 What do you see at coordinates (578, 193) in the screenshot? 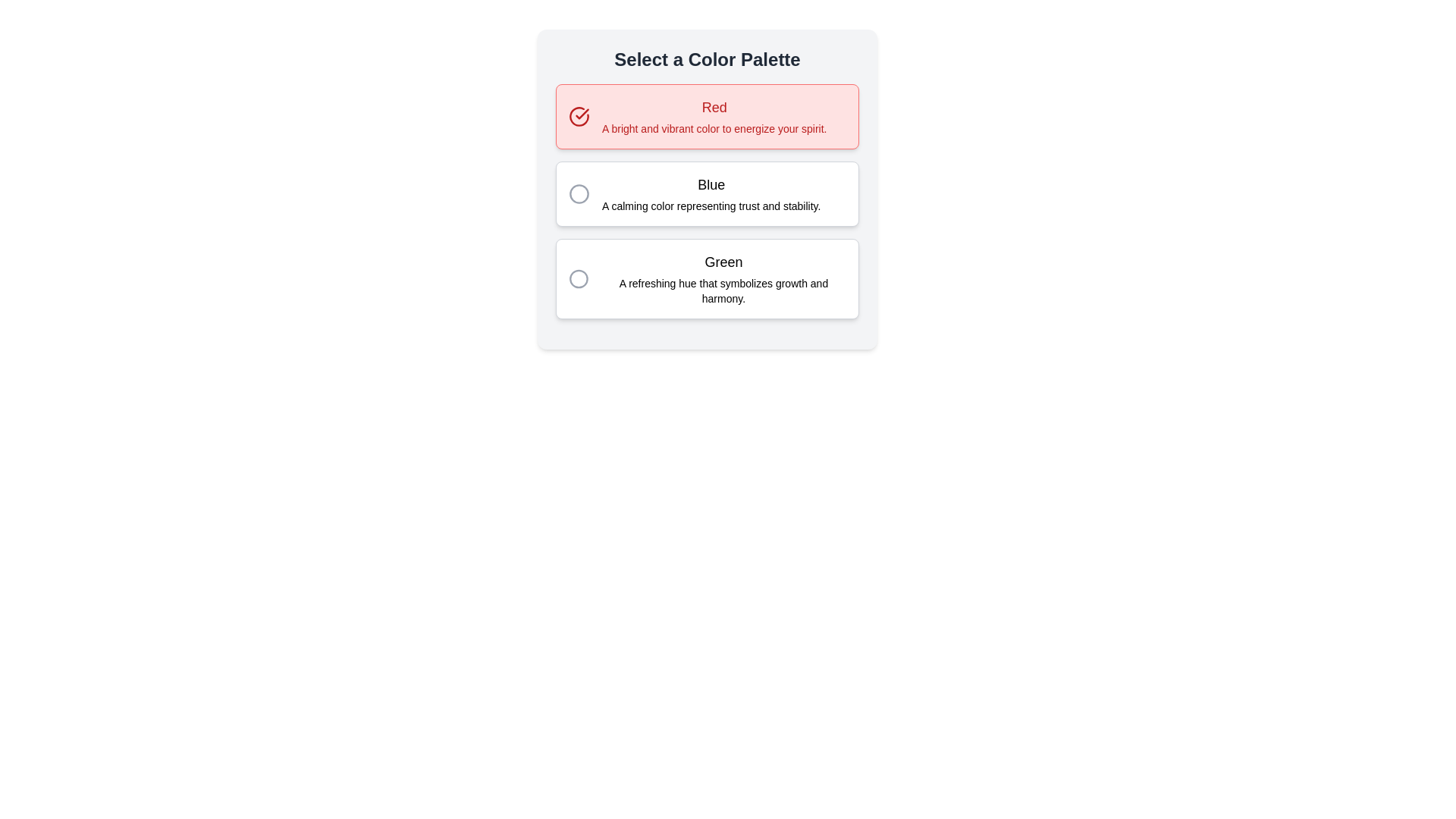
I see `the visual indicator associated with the 'Blue' option in the list` at bounding box center [578, 193].